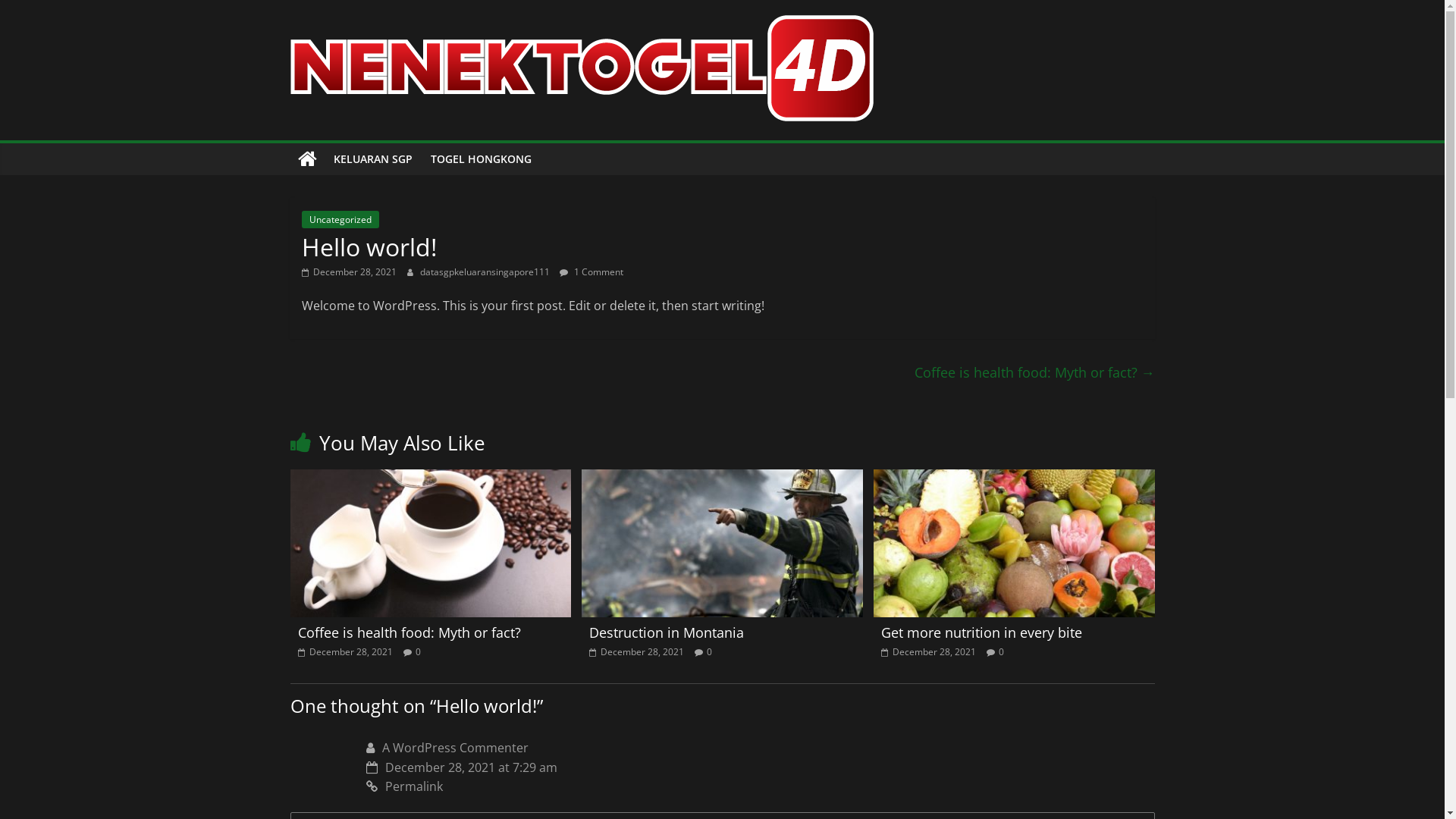 This screenshot has width=1456, height=819. I want to click on 'December 28, 2021', so click(348, 271).